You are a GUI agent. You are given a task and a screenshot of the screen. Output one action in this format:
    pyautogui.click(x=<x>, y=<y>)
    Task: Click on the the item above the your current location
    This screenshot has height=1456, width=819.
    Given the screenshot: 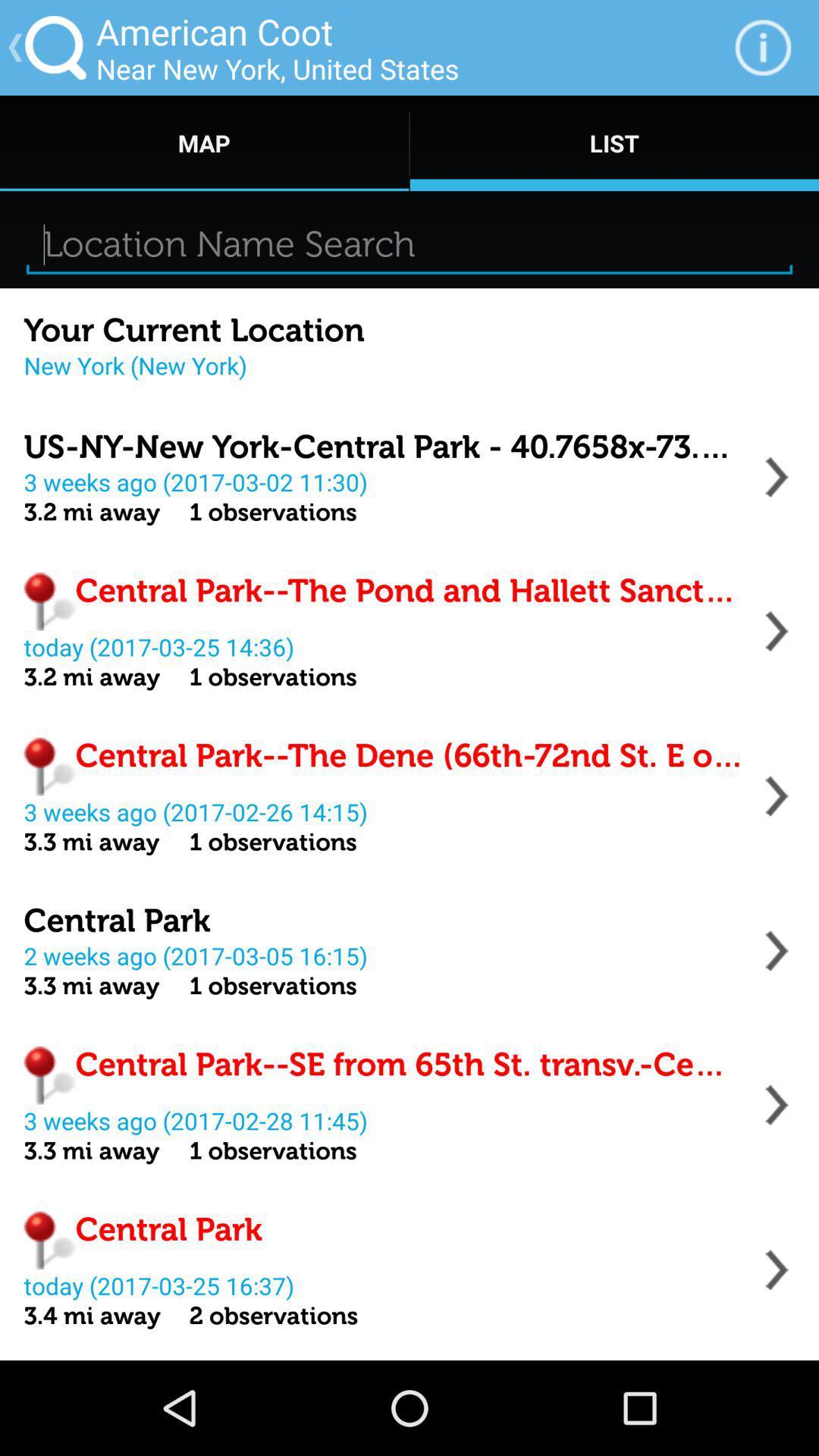 What is the action you would take?
    pyautogui.click(x=409, y=244)
    